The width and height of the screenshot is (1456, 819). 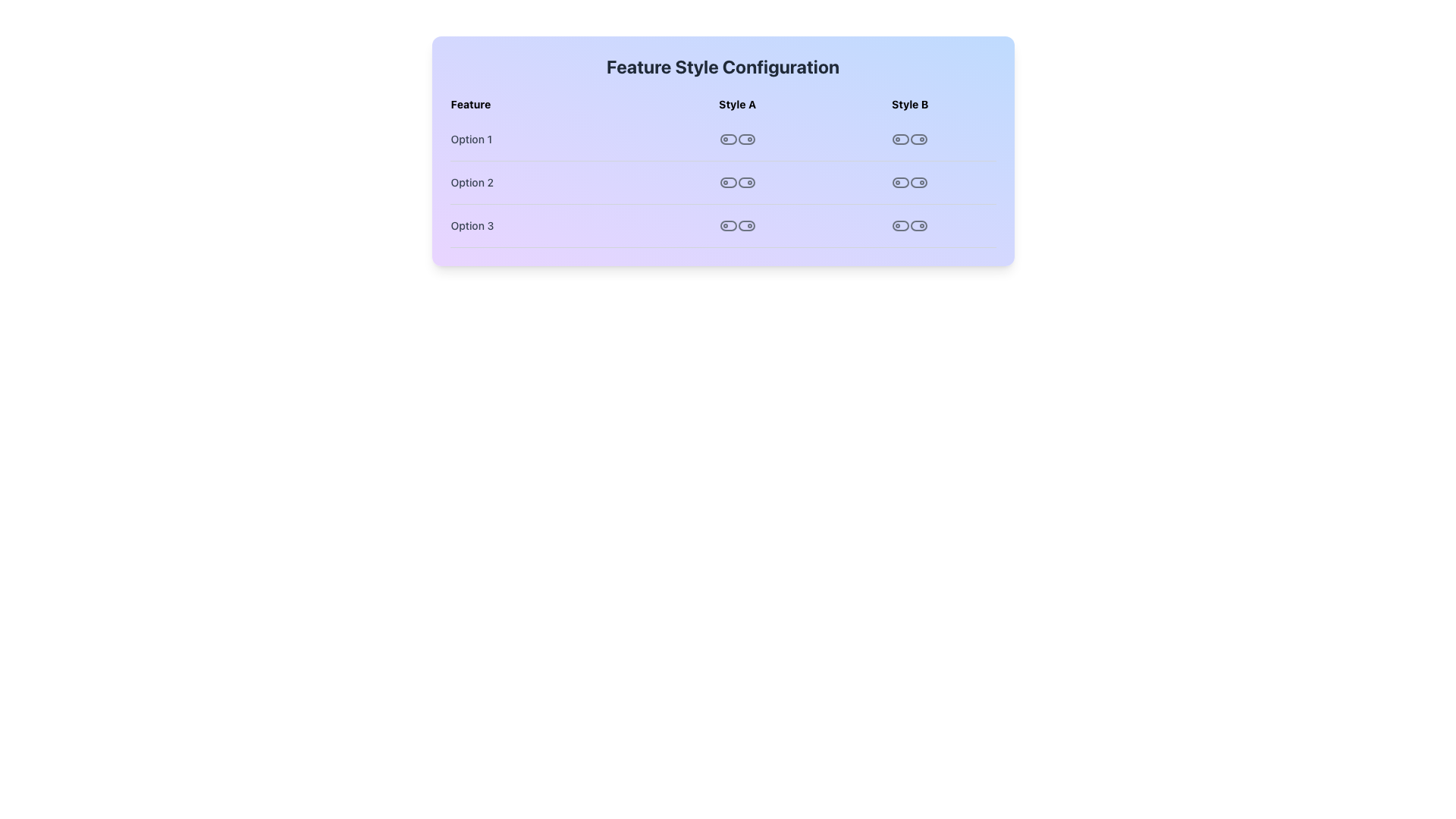 What do you see at coordinates (728, 181) in the screenshot?
I see `the toggle switch located in the second row of the table under the 'Style A' column` at bounding box center [728, 181].